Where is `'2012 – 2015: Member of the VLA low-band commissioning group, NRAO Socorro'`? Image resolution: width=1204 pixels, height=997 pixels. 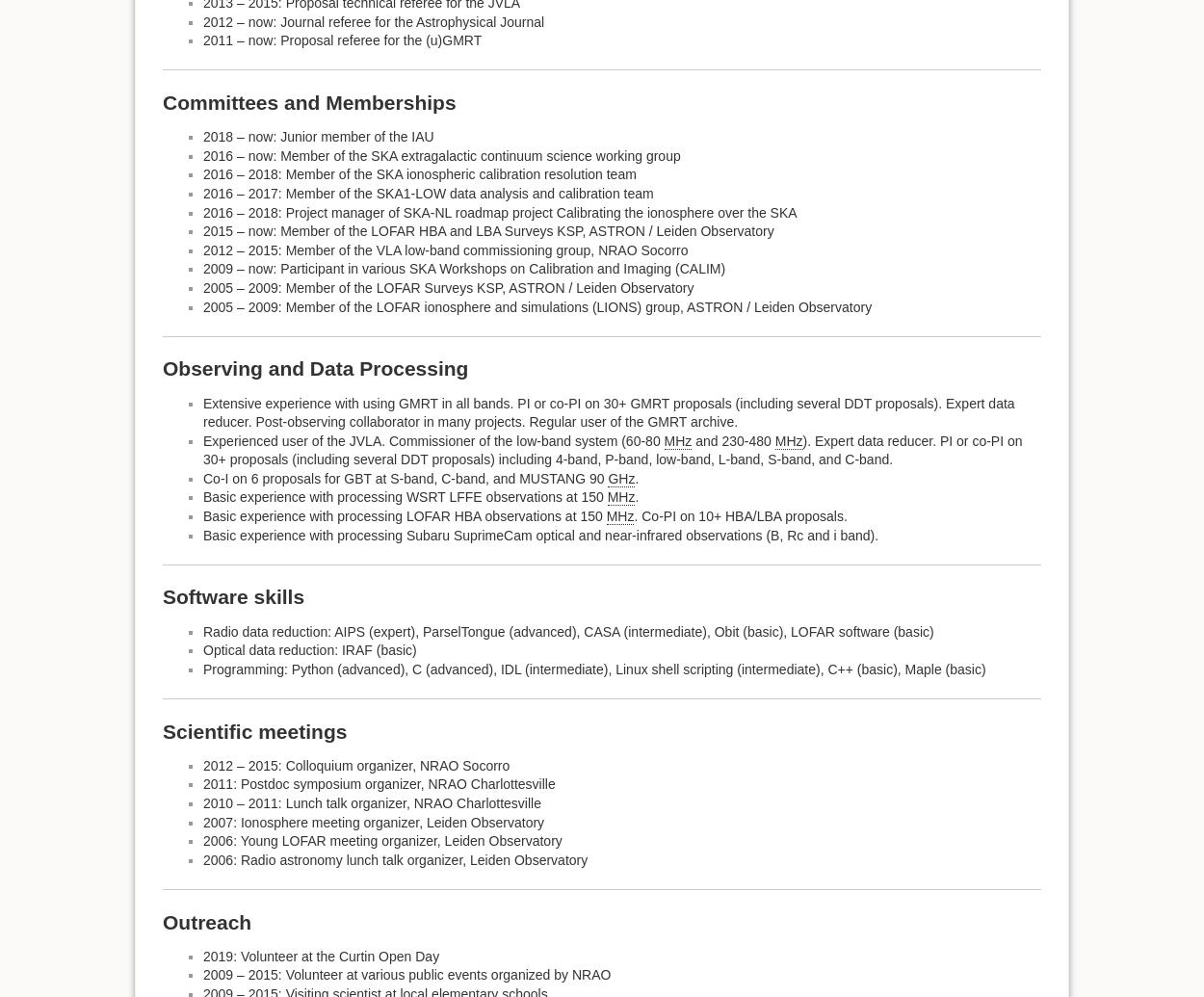 '2012 – 2015: Member of the VLA low-band commissioning group, NRAO Socorro' is located at coordinates (444, 249).